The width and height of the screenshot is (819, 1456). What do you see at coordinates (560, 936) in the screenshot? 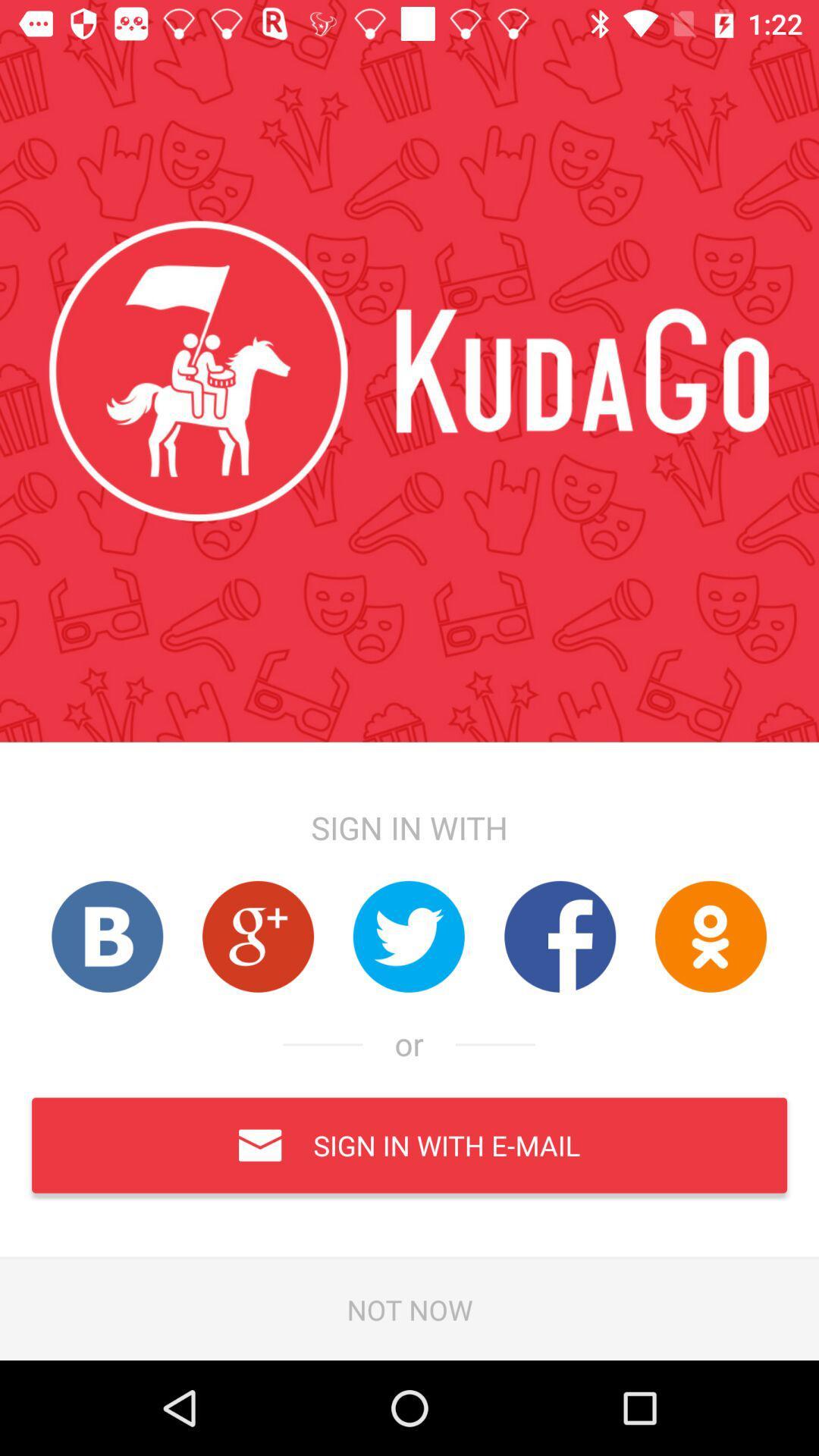
I see `open the webiste` at bounding box center [560, 936].